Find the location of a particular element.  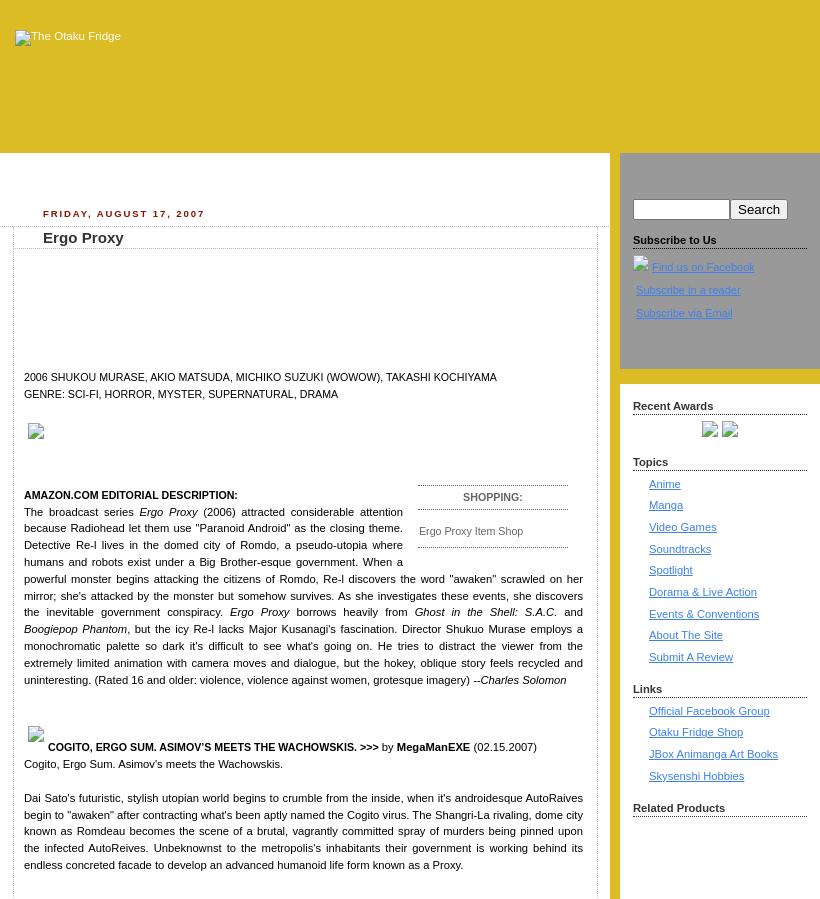

'Related Products' is located at coordinates (678, 807).